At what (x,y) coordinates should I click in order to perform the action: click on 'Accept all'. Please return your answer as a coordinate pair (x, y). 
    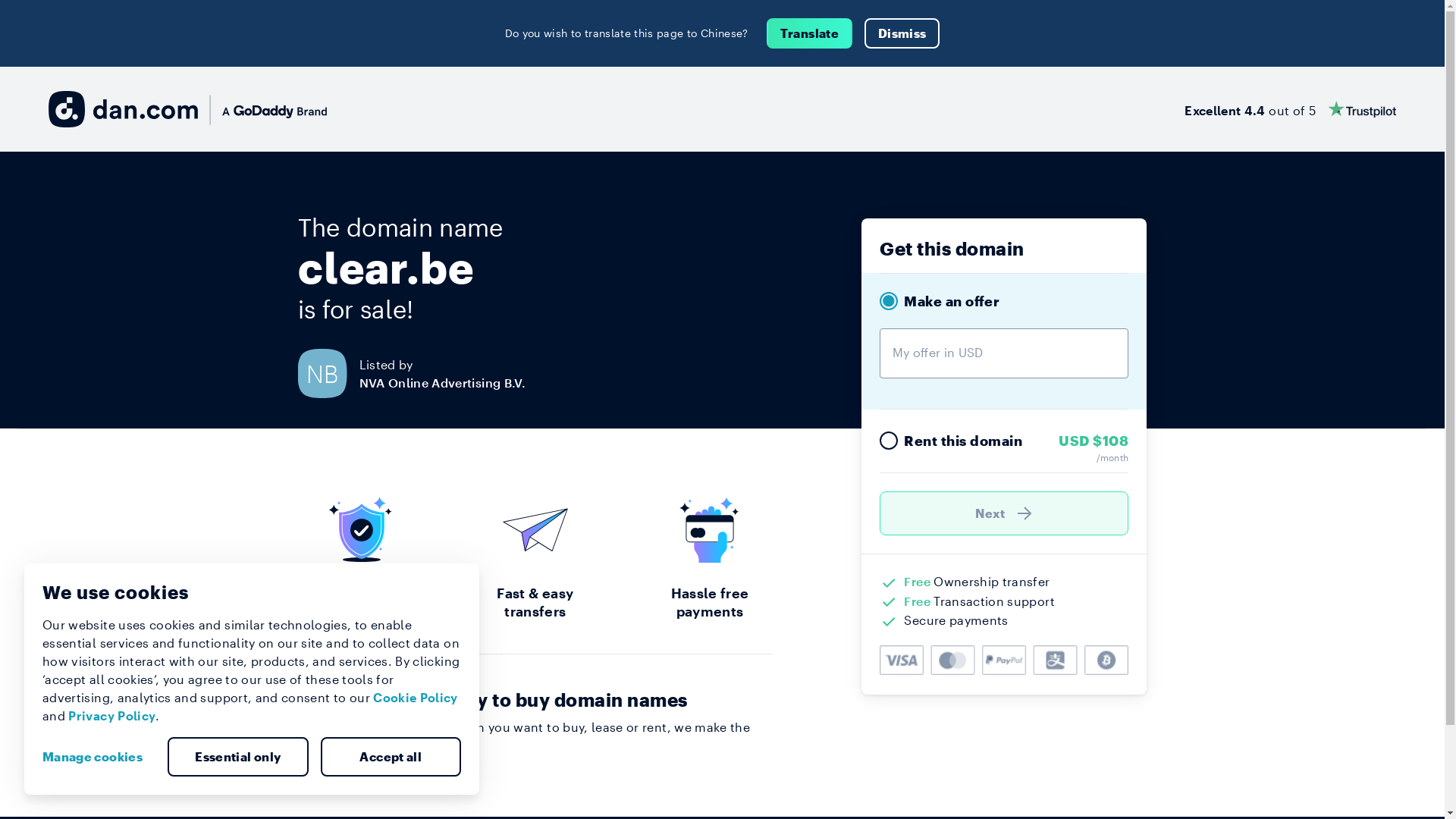
    Looking at the image, I should click on (390, 757).